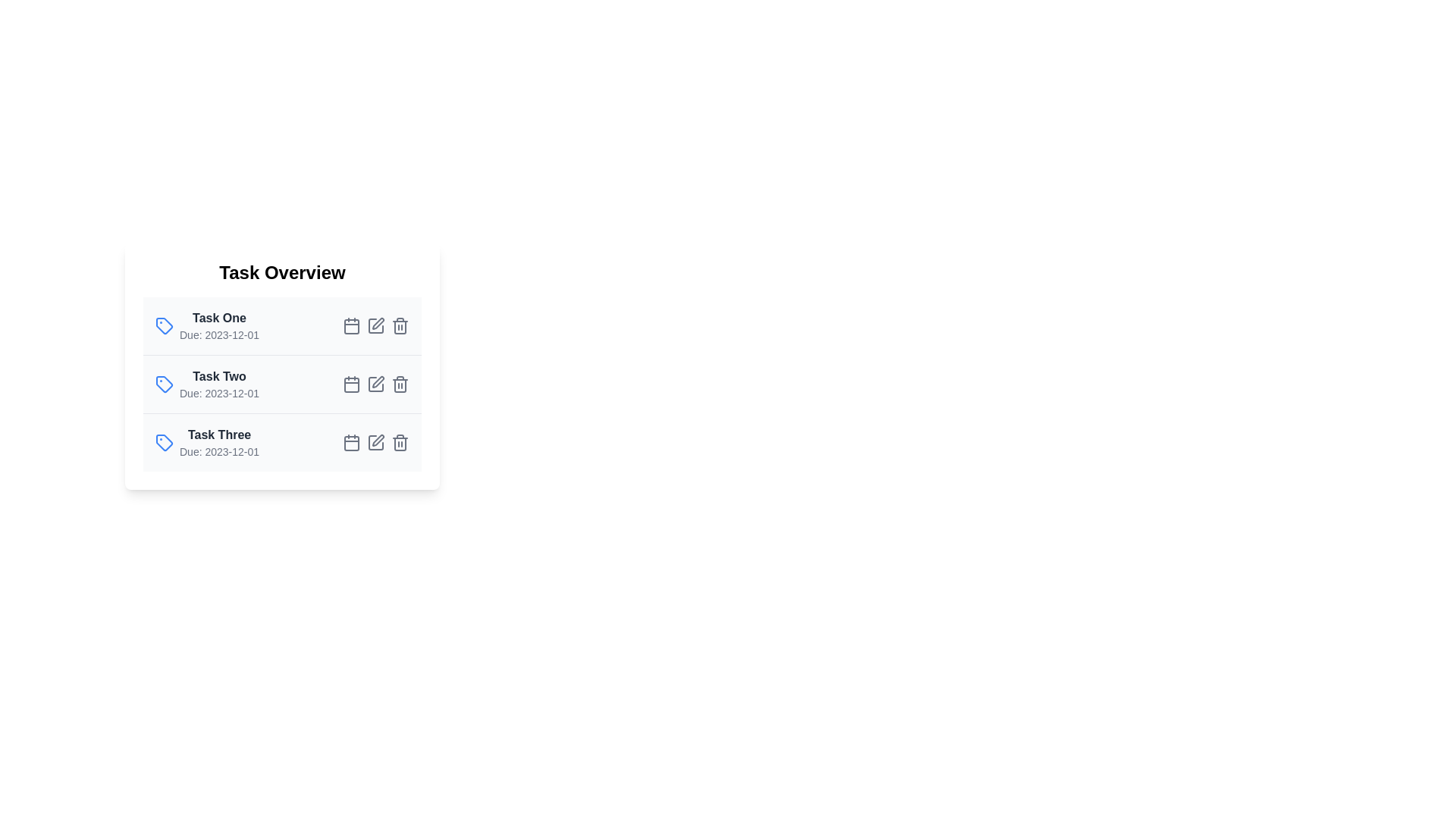  I want to click on the text label displaying 'Task Three', which is styled in bold dark gray, located in the third row of the task listing layout, so click(218, 435).